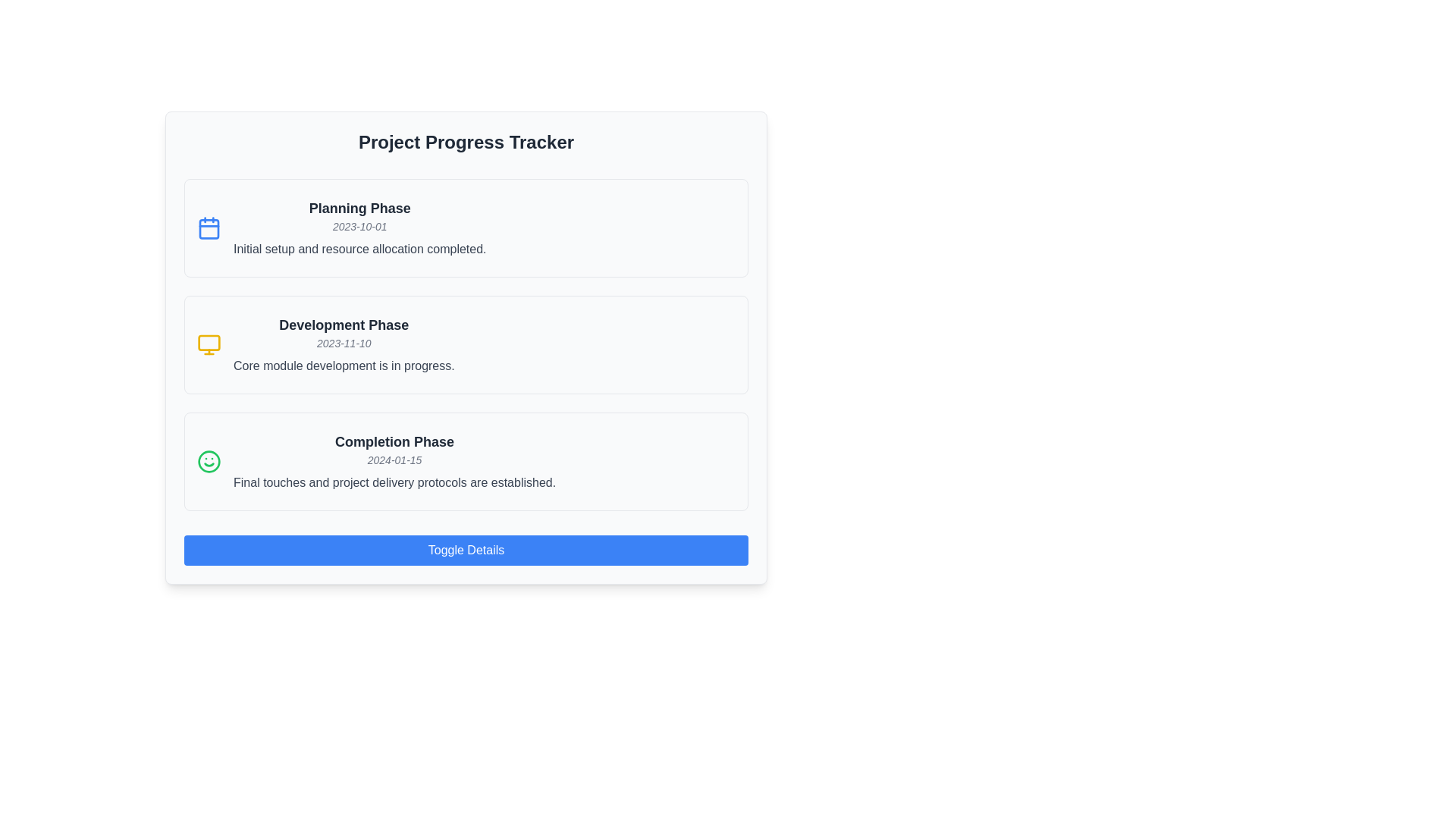 The height and width of the screenshot is (819, 1456). Describe the element at coordinates (343, 366) in the screenshot. I see `the static text element that provides additional information for the 'Development Phase' section, positioned below the title and date` at that location.